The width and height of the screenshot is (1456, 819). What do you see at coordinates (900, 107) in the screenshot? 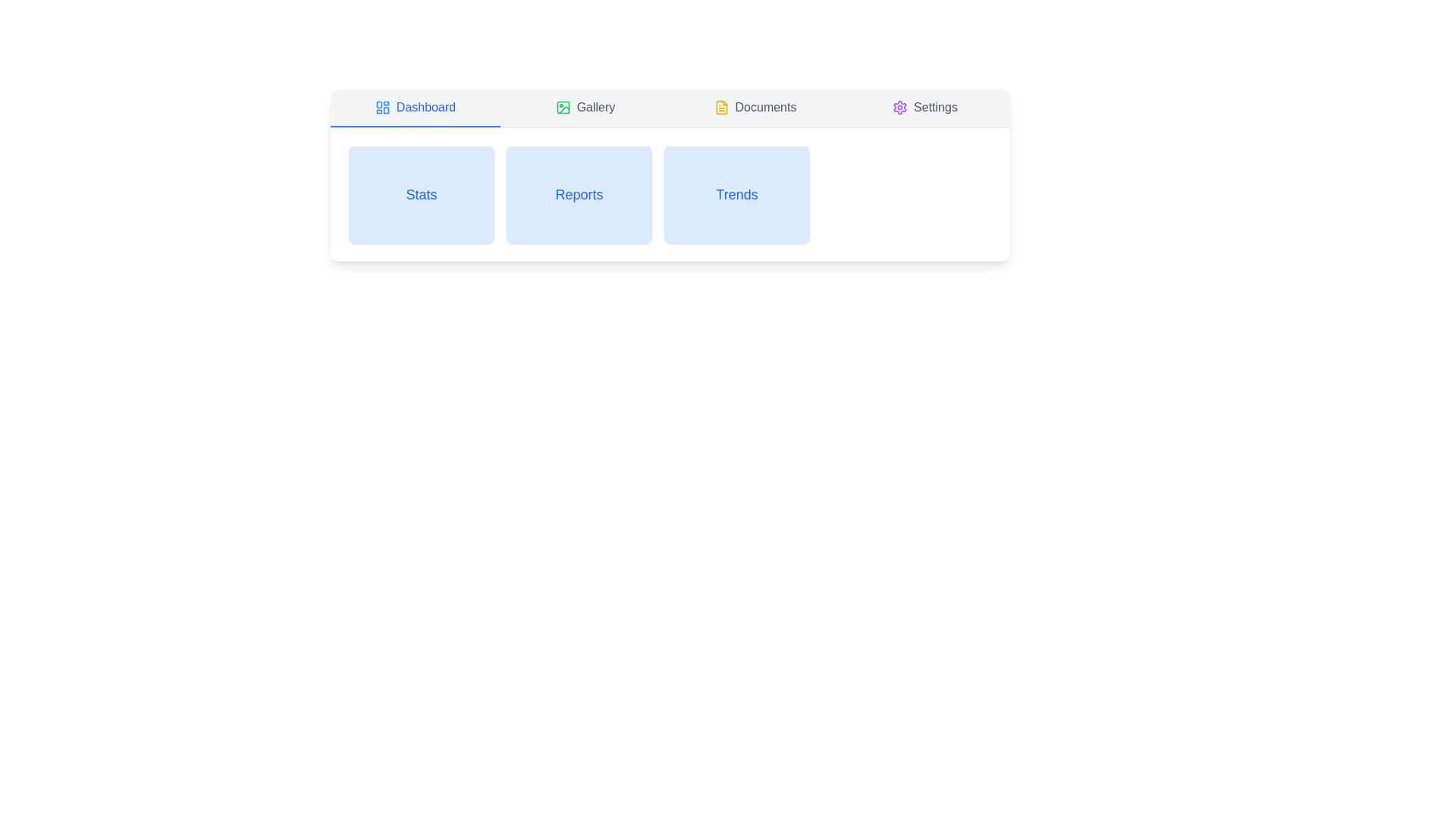
I see `the cogwheel-shaped settings icon located` at bounding box center [900, 107].